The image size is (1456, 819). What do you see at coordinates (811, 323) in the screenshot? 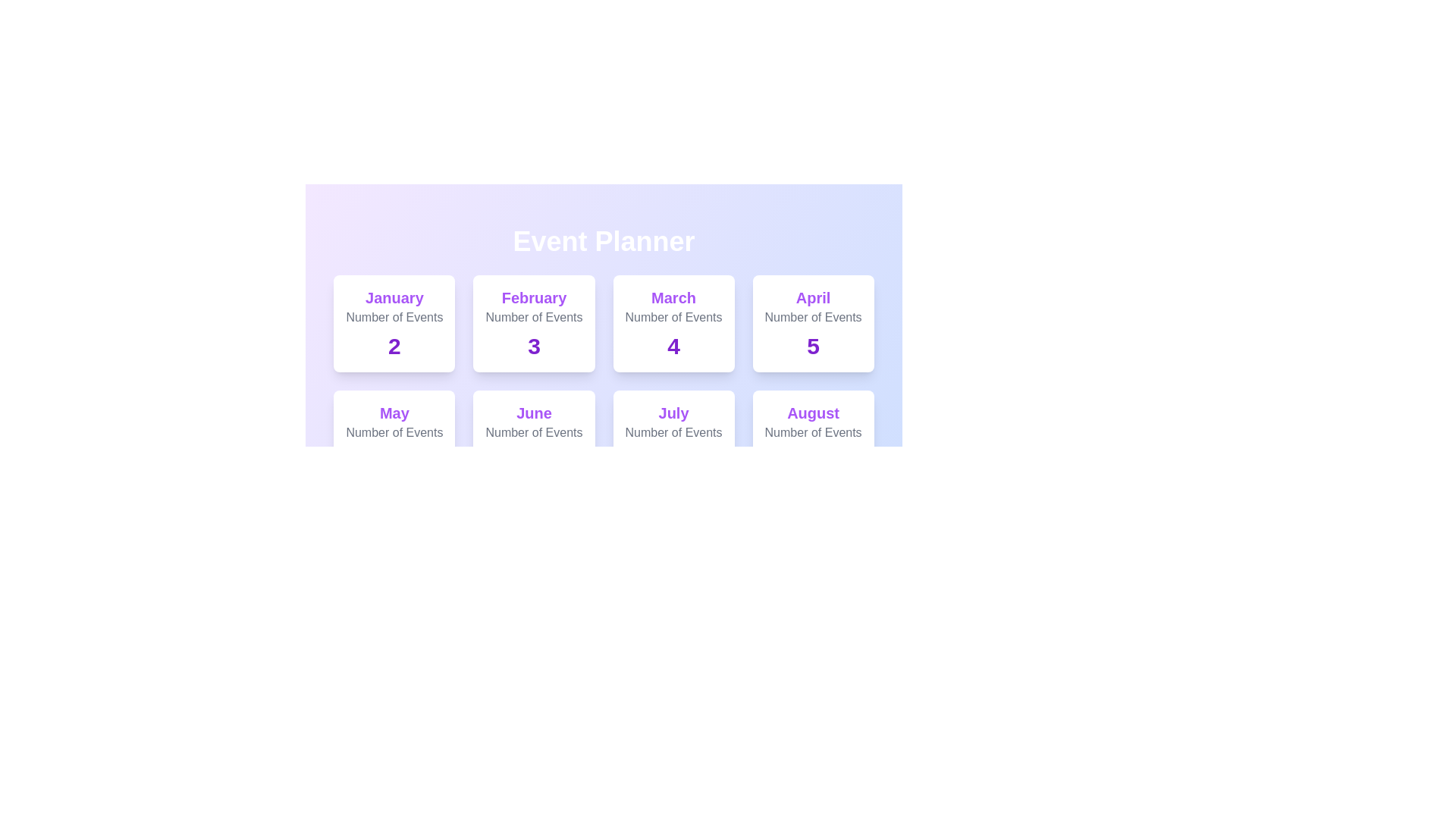
I see `the card for April` at bounding box center [811, 323].